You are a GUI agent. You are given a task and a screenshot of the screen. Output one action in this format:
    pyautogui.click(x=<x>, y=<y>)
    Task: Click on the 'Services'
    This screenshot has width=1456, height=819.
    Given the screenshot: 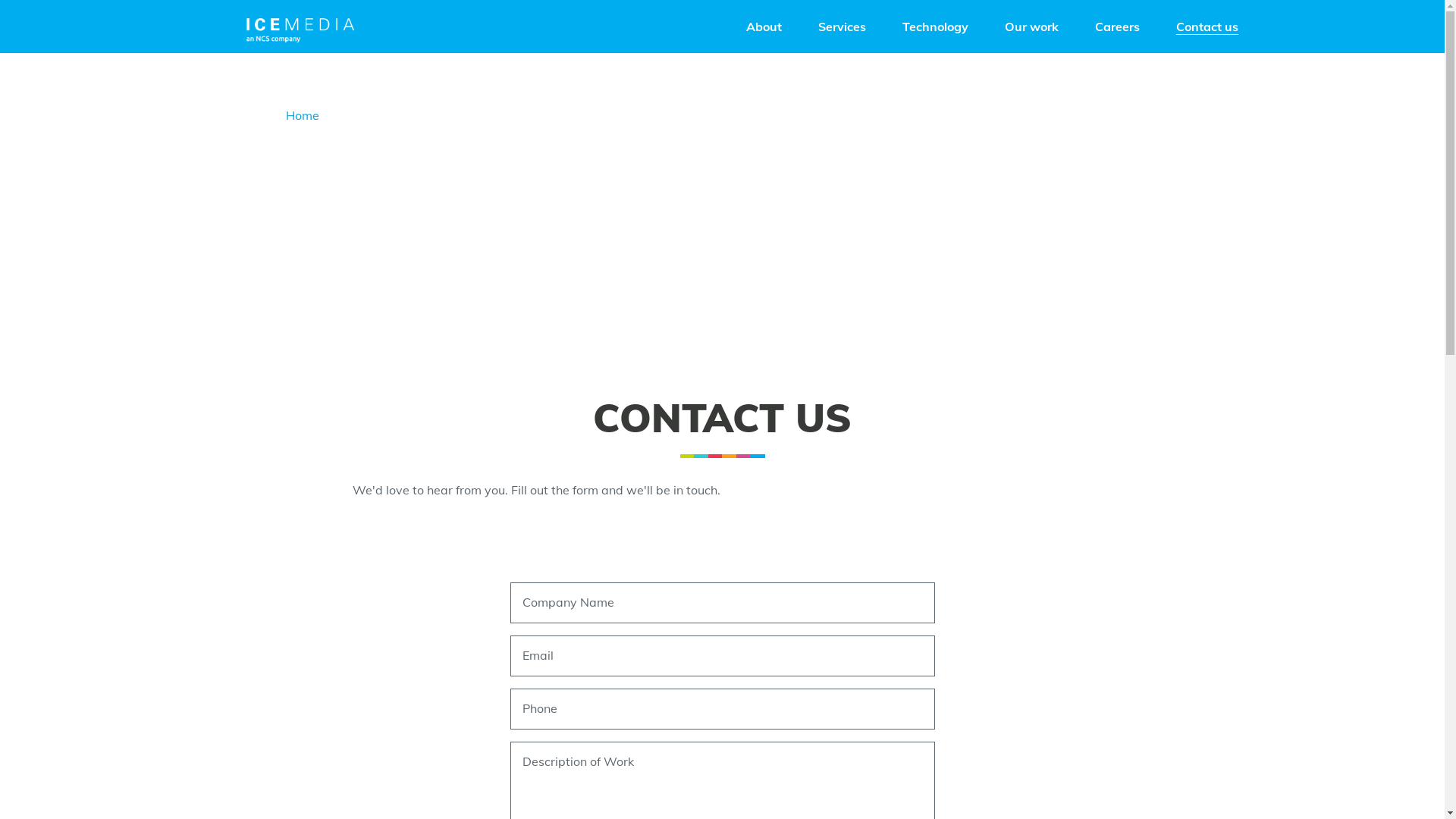 What is the action you would take?
    pyautogui.click(x=840, y=26)
    